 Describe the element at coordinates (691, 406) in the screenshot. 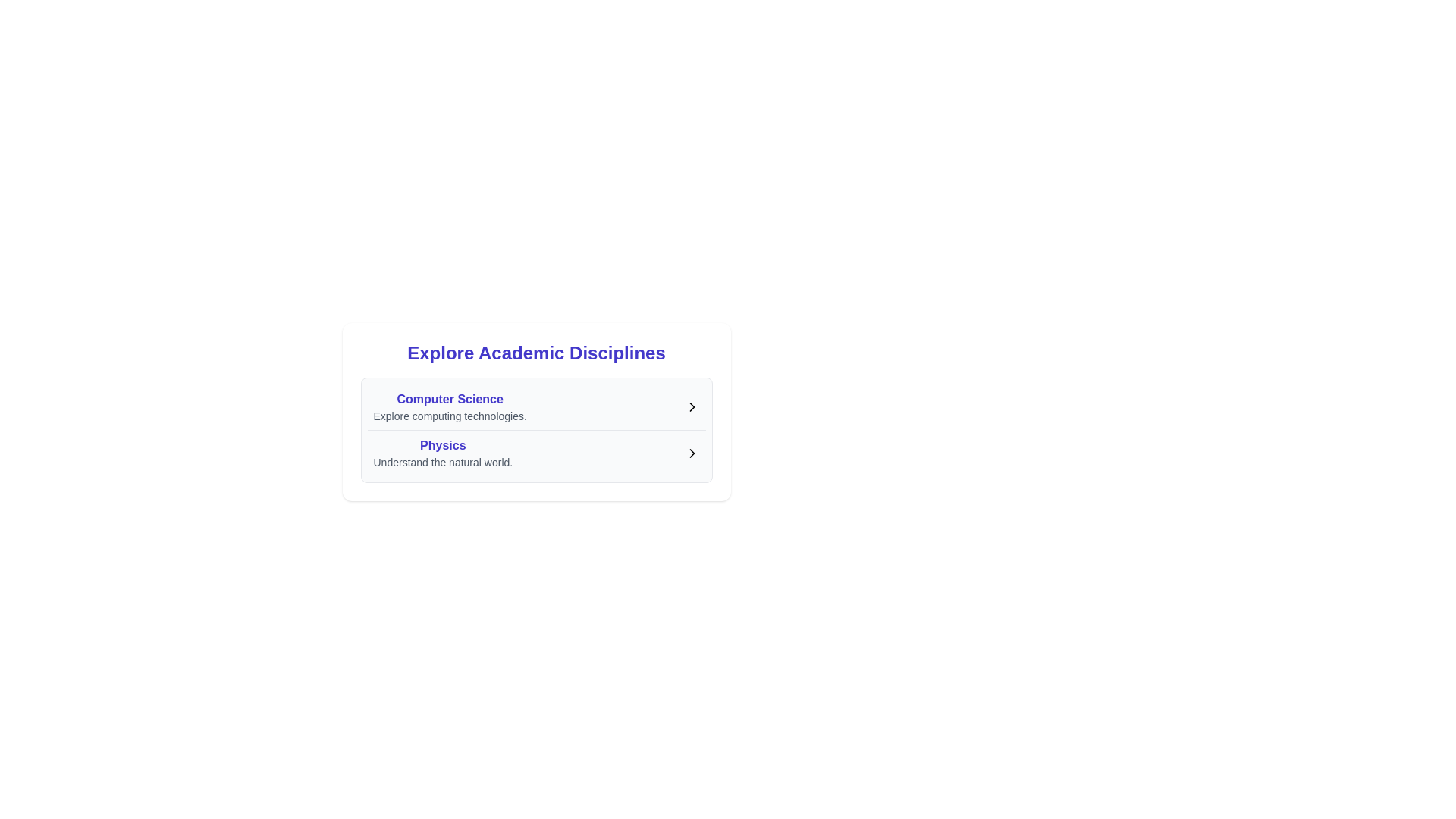

I see `the rightward-pointing chevron icon adjacent to the 'Computer Science' list entry` at that location.